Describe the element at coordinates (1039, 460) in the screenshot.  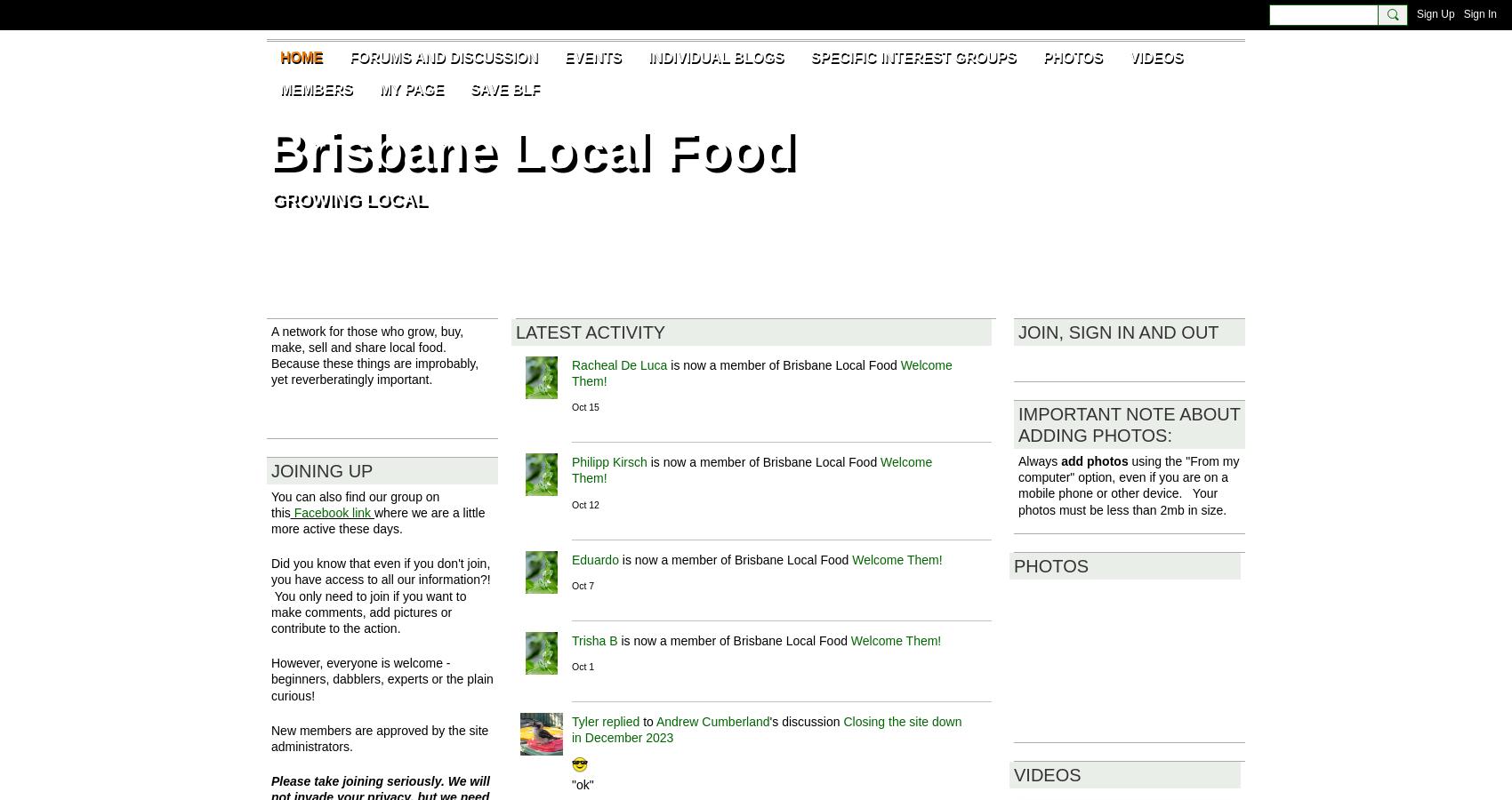
I see `'Always'` at that location.